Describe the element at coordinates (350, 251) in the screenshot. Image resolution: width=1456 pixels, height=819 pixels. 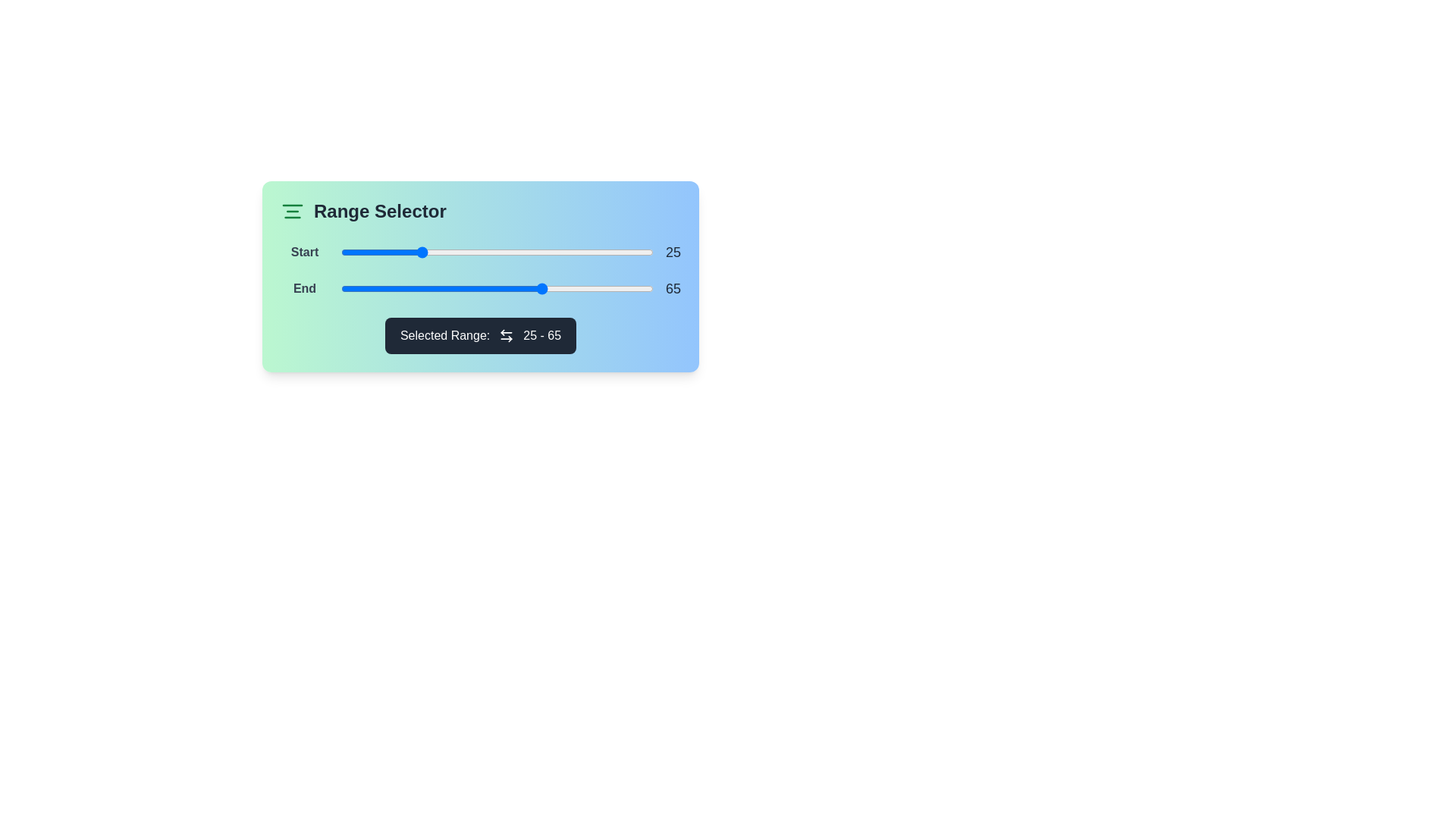
I see `the slider to set the range value to 3` at that location.